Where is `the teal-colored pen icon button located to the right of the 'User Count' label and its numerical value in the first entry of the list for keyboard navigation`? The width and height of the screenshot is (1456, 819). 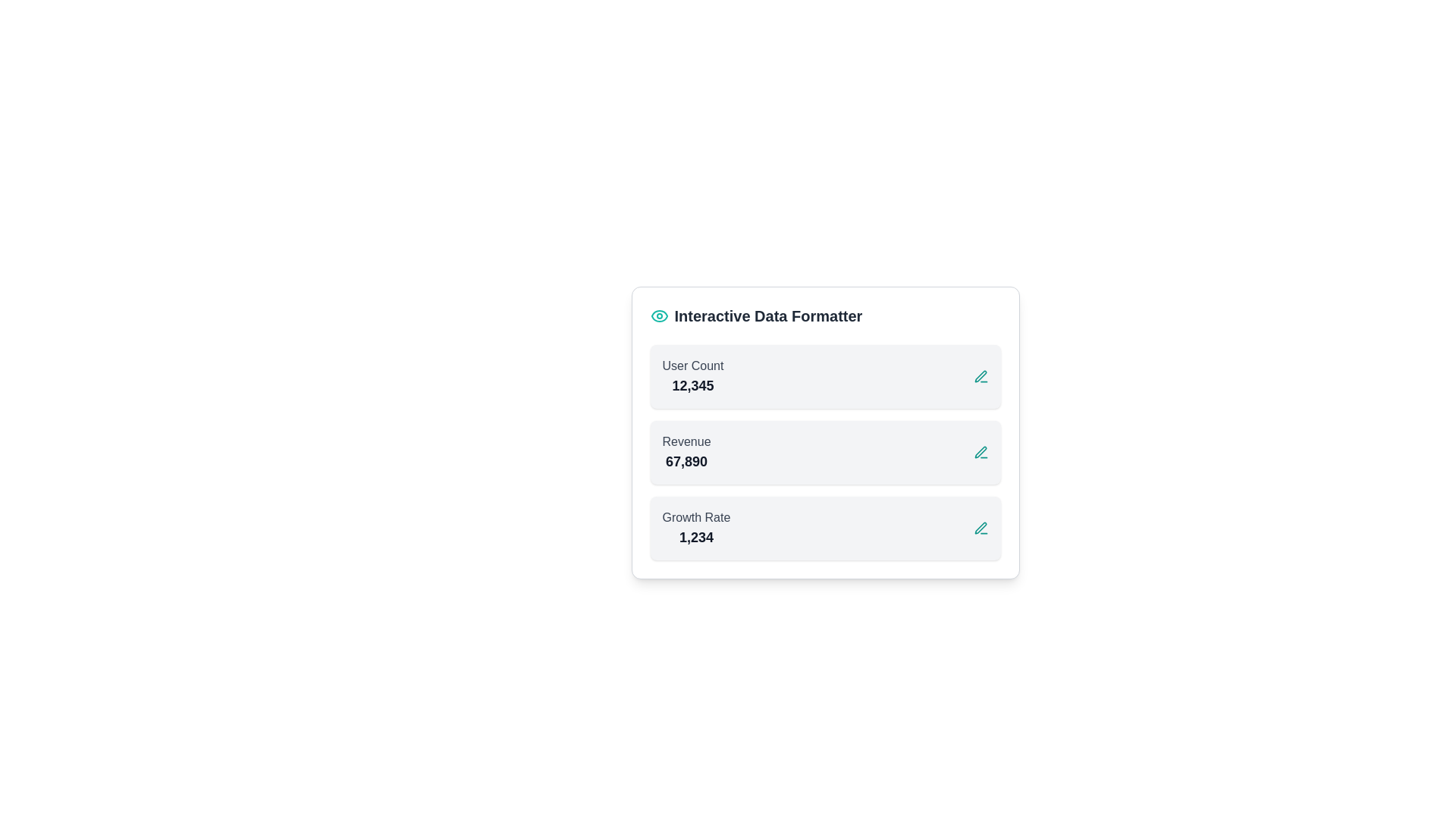
the teal-colored pen icon button located to the right of the 'User Count' label and its numerical value in the first entry of the list for keyboard navigation is located at coordinates (981, 376).